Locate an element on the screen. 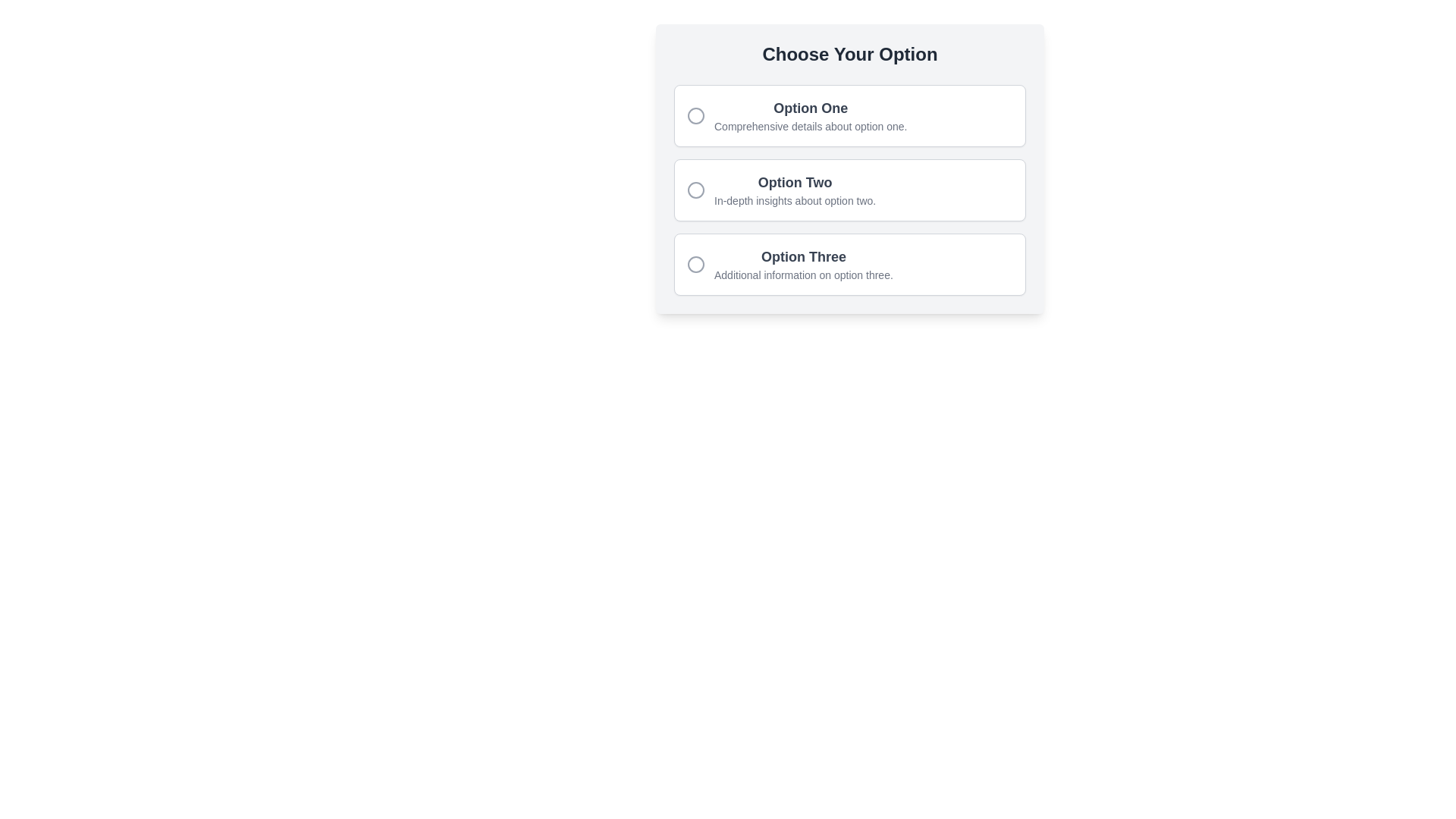  text element that contains the phrase 'In-depth insights about option two.', which is styled in gray and located just below the heading 'Option Two' is located at coordinates (794, 200).